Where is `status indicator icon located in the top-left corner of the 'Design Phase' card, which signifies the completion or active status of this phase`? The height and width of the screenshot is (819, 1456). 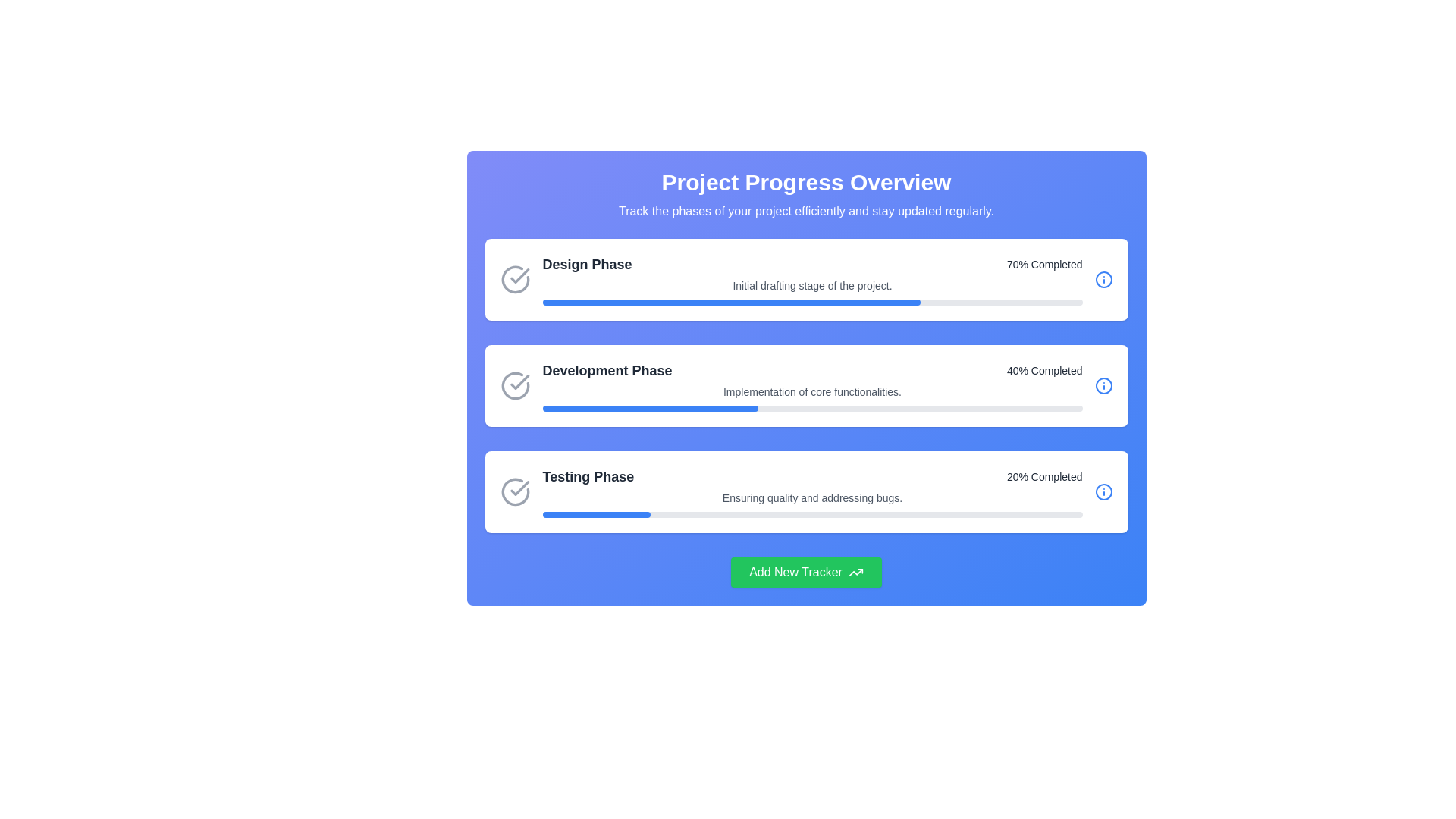 status indicator icon located in the top-left corner of the 'Design Phase' card, which signifies the completion or active status of this phase is located at coordinates (515, 280).